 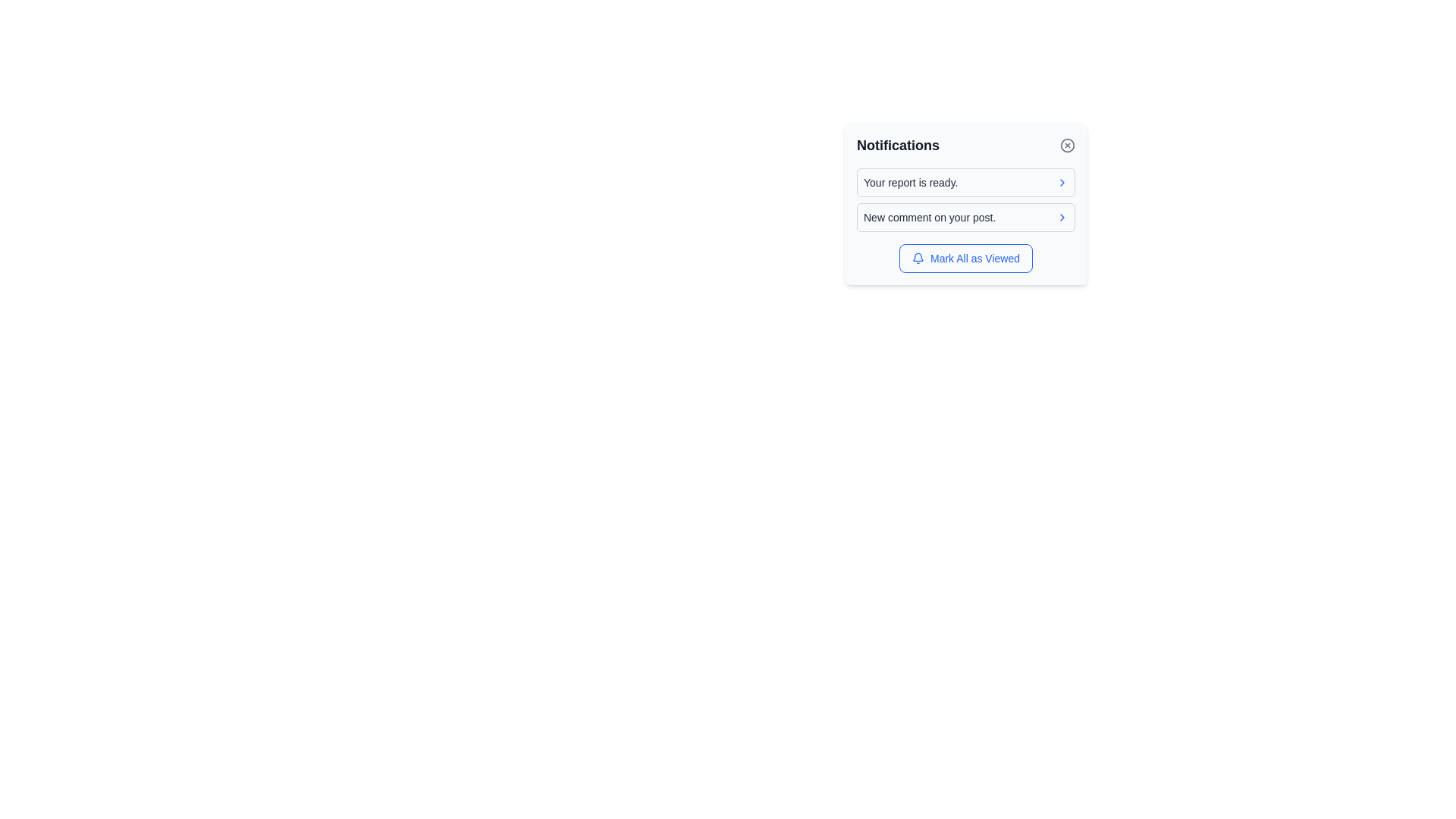 I want to click on the bell-shaped notification icon located at the beginning of the 'Mark All as Viewed' button in the notification panel, so click(x=917, y=257).